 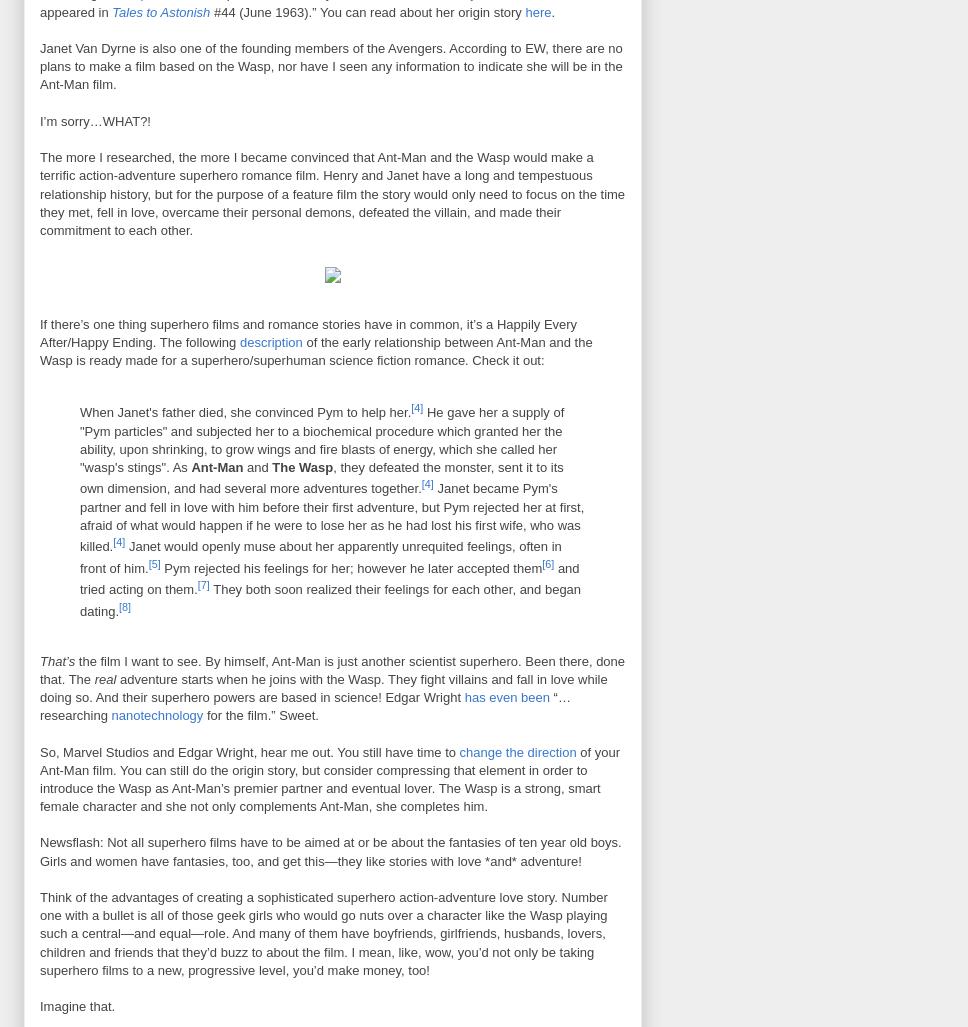 I want to click on 'nanotechnology', so click(x=156, y=715).